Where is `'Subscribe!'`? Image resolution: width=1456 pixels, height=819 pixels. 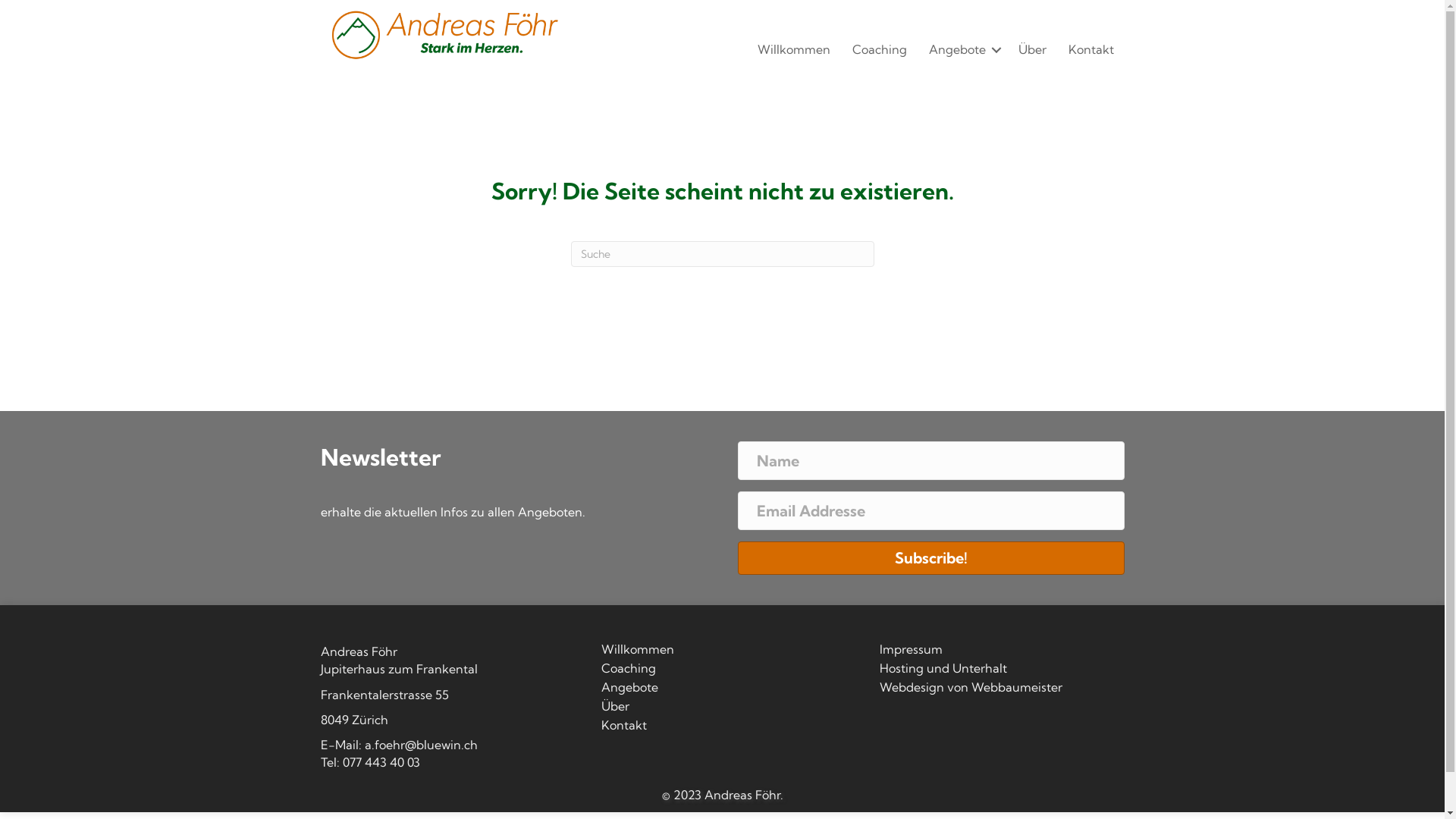
'Subscribe!' is located at coordinates (930, 558).